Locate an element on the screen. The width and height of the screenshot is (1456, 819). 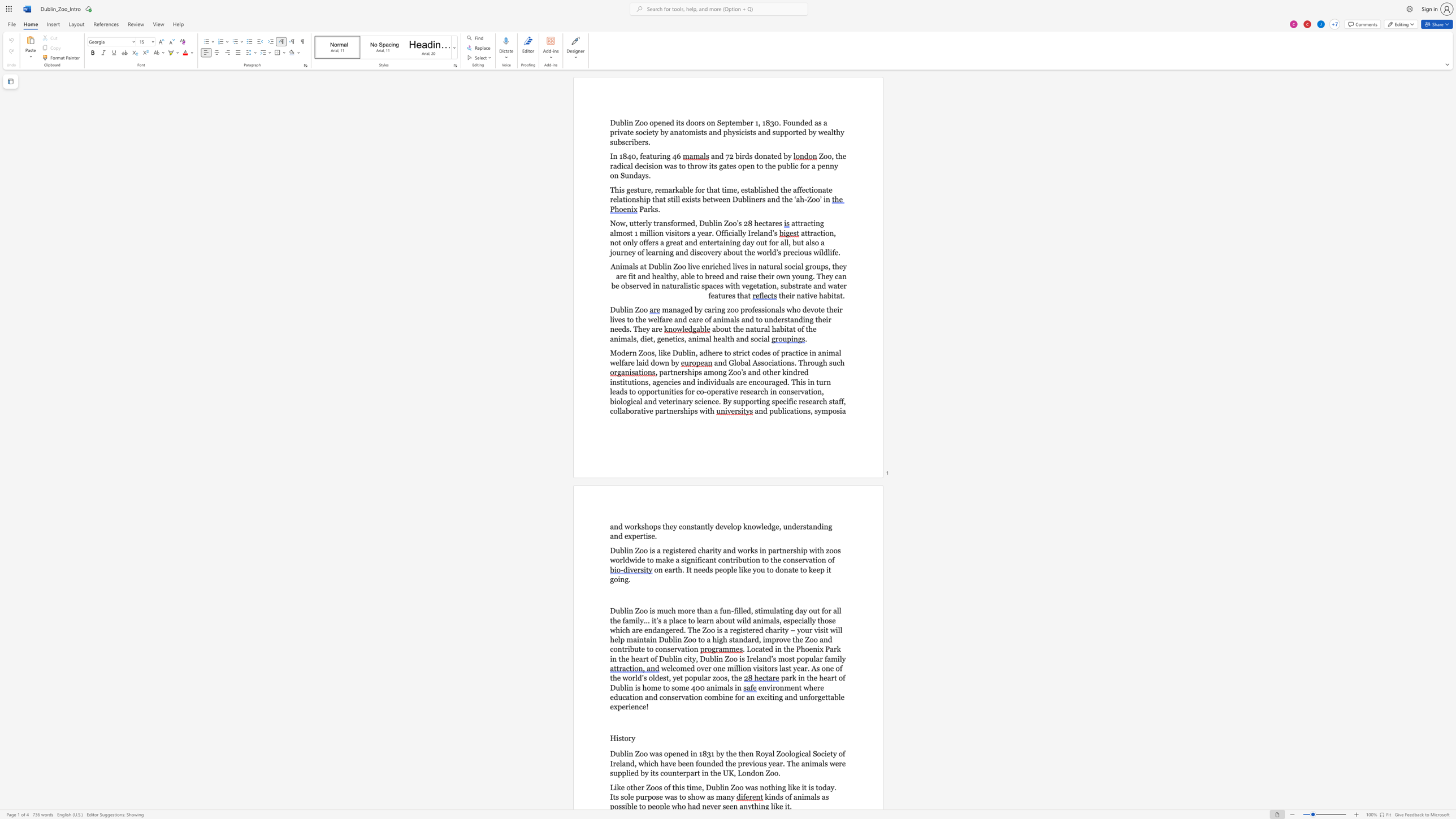
the space between the continuous character "c" and "t" in the text is located at coordinates (808, 189).